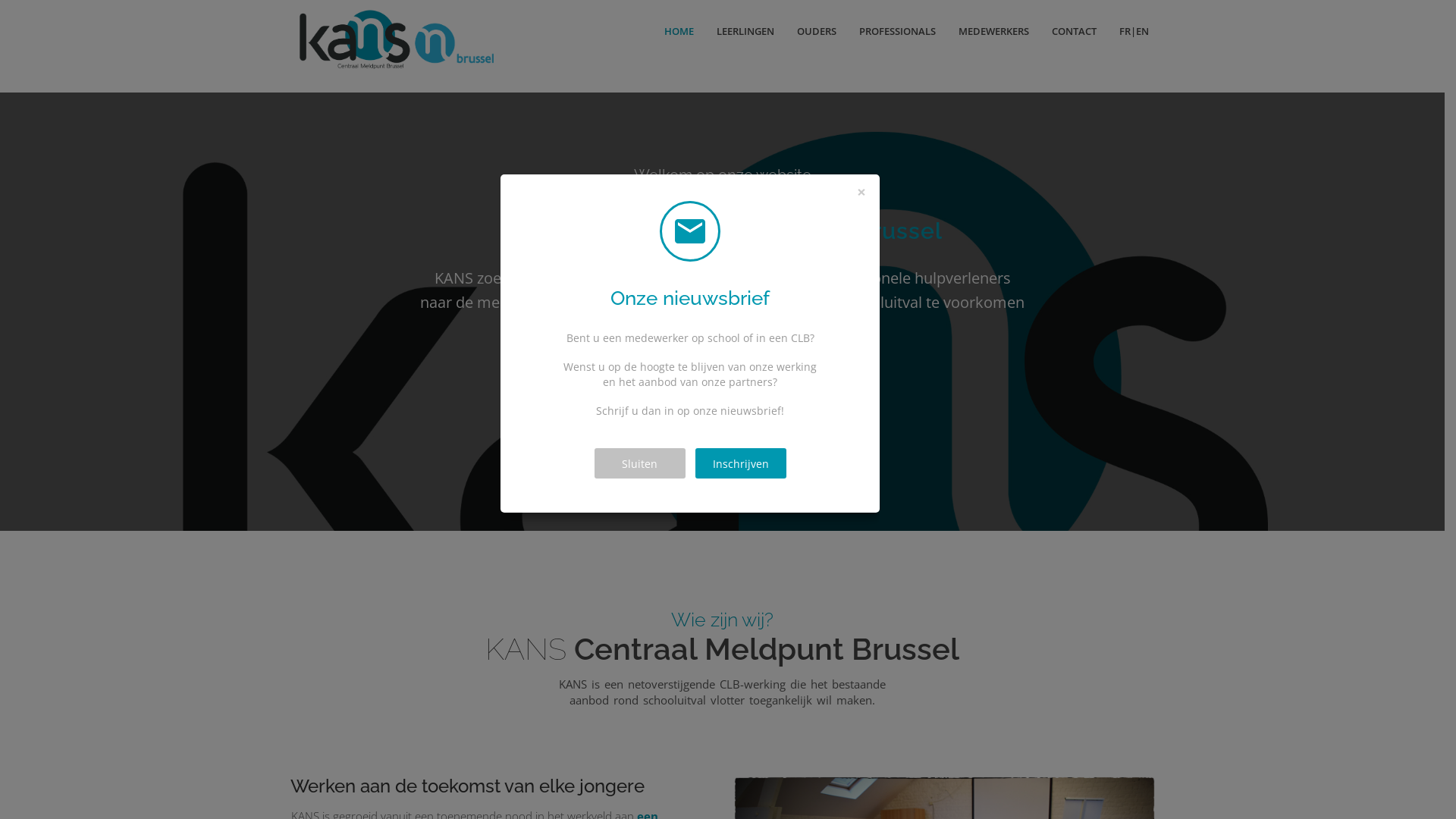 The width and height of the screenshot is (1456, 819). What do you see at coordinates (1073, 31) in the screenshot?
I see `'CONTACT'` at bounding box center [1073, 31].